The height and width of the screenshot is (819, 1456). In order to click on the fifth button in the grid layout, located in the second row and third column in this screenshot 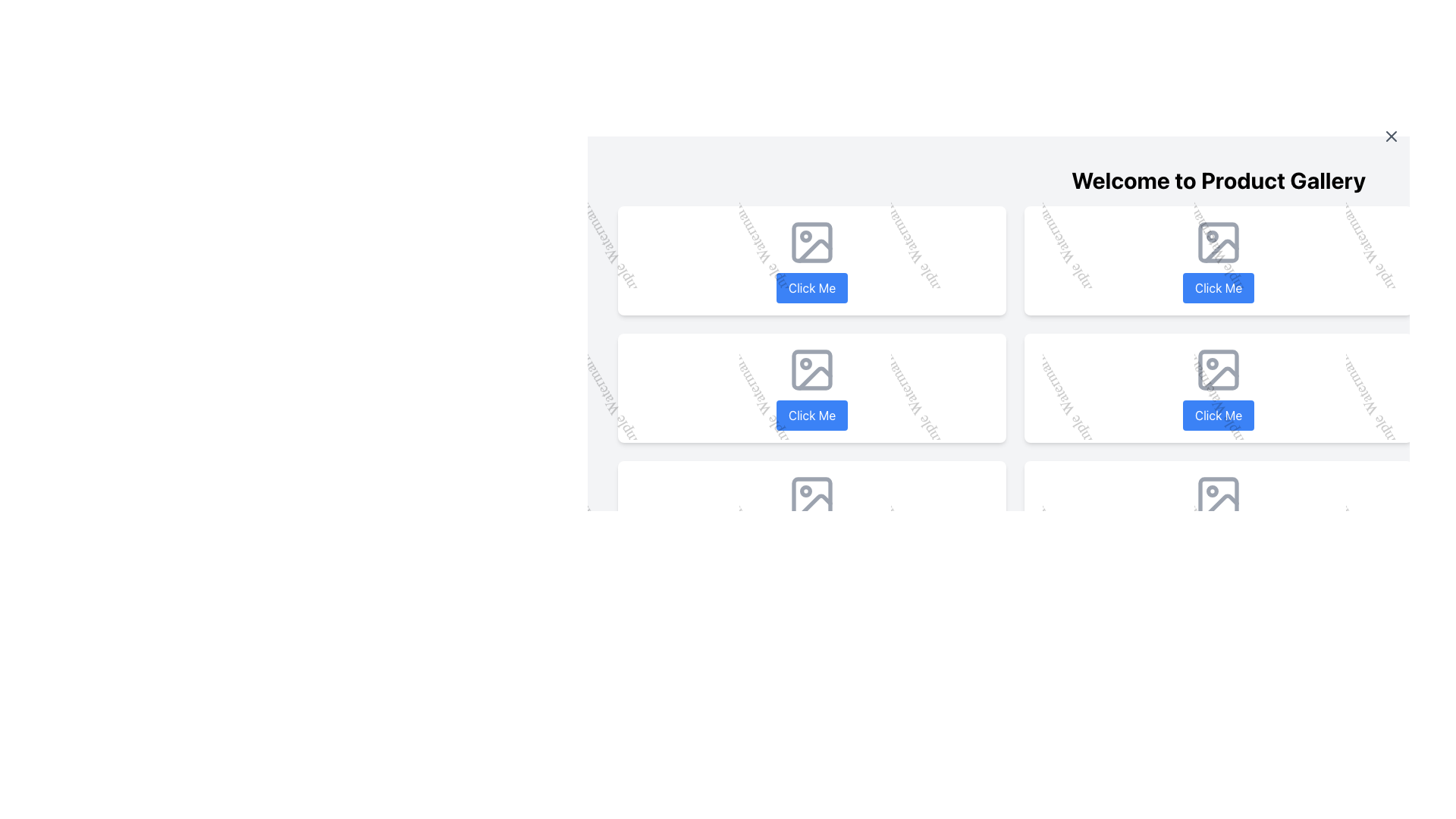, I will do `click(811, 415)`.